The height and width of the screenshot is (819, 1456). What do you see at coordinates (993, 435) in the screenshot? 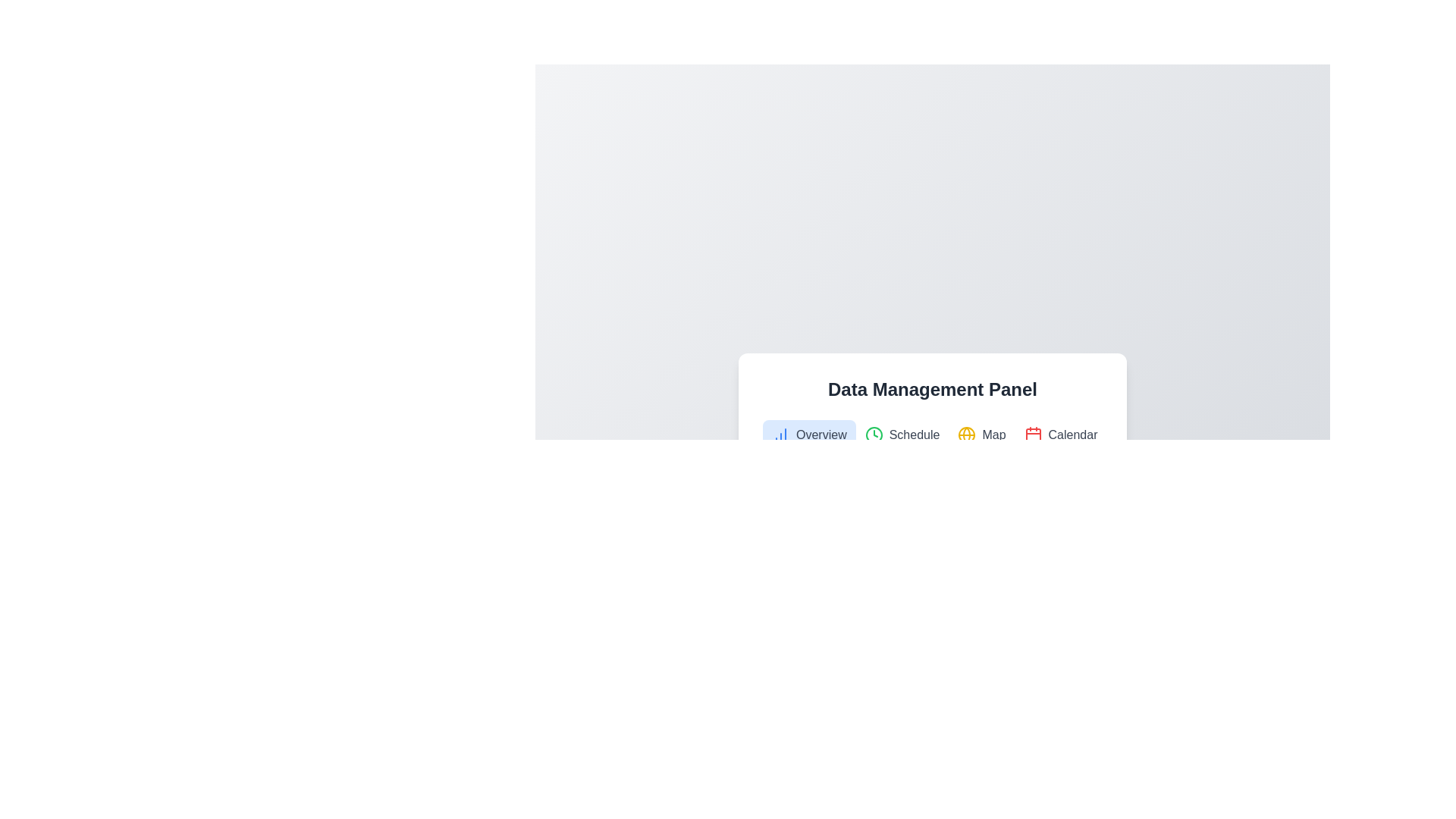
I see `the 'Map' text label in the horizontal navigation menu located beneath the 'Data Management Panel' title, which follows the 'Schedule' section and precedes the 'Calendar' section` at bounding box center [993, 435].